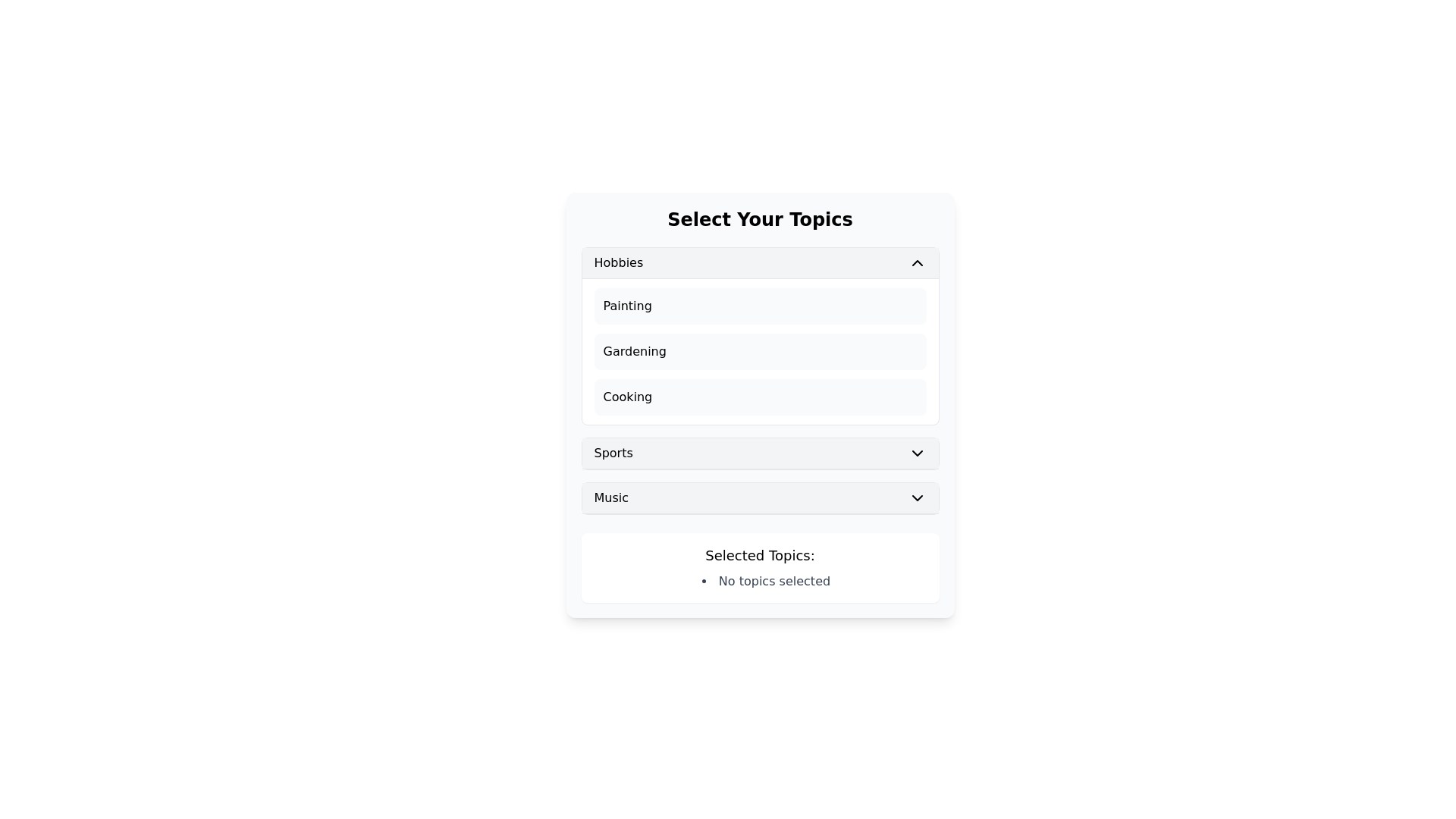 This screenshot has height=819, width=1456. Describe the element at coordinates (760, 335) in the screenshot. I see `the 'Hobbies' dropdown list` at that location.